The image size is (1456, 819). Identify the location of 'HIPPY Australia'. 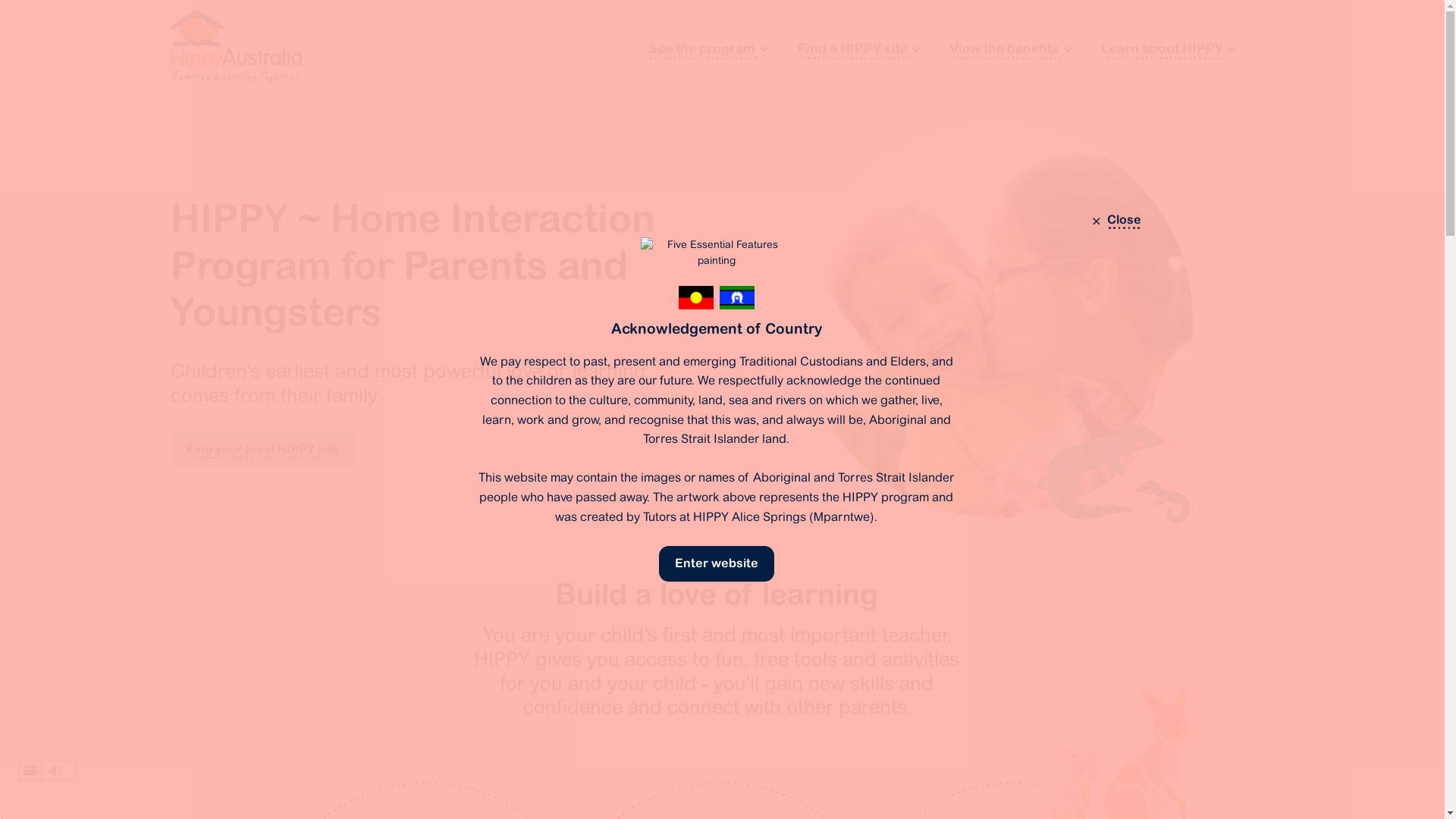
(235, 45).